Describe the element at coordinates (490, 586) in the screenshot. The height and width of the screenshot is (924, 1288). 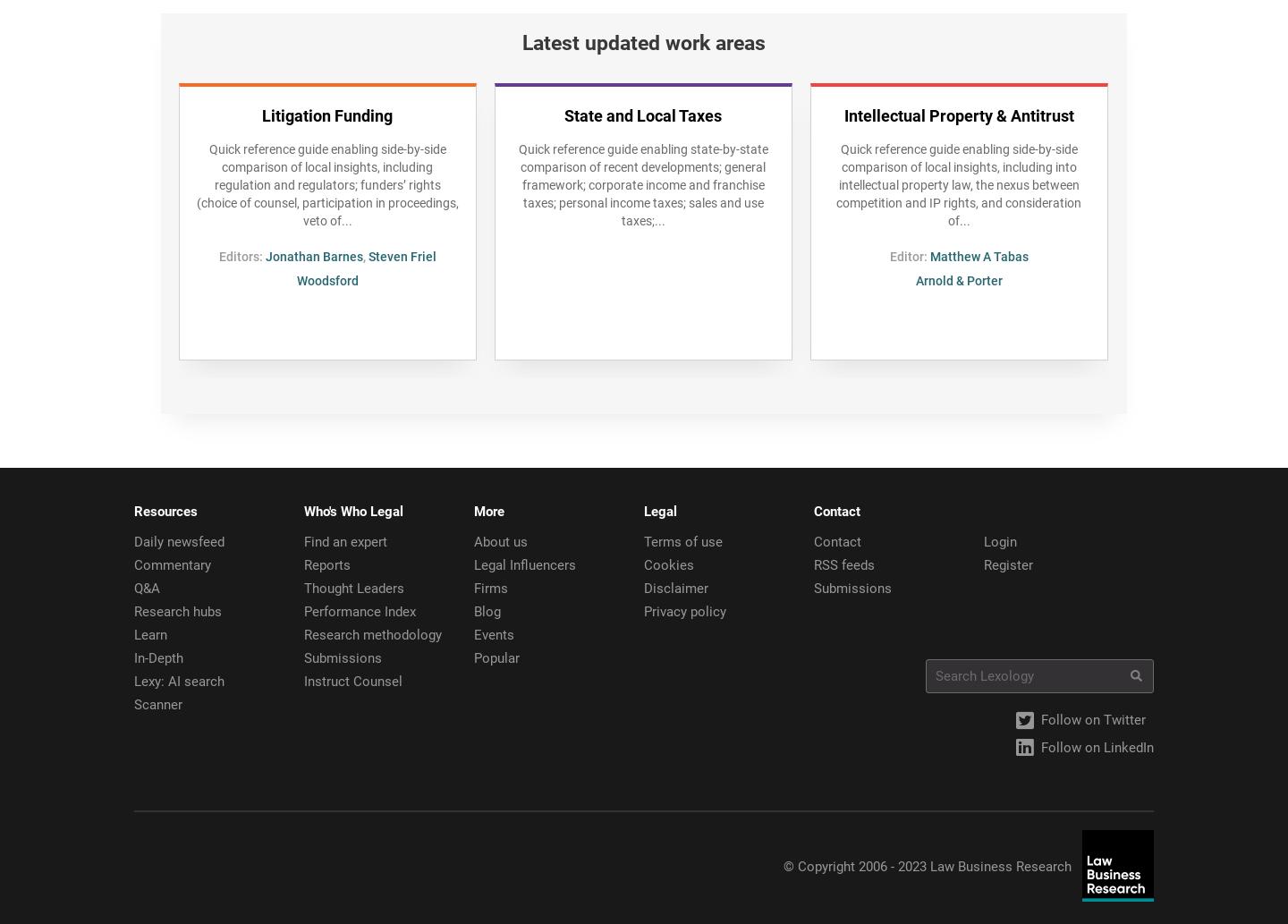
I see `'Firms'` at that location.